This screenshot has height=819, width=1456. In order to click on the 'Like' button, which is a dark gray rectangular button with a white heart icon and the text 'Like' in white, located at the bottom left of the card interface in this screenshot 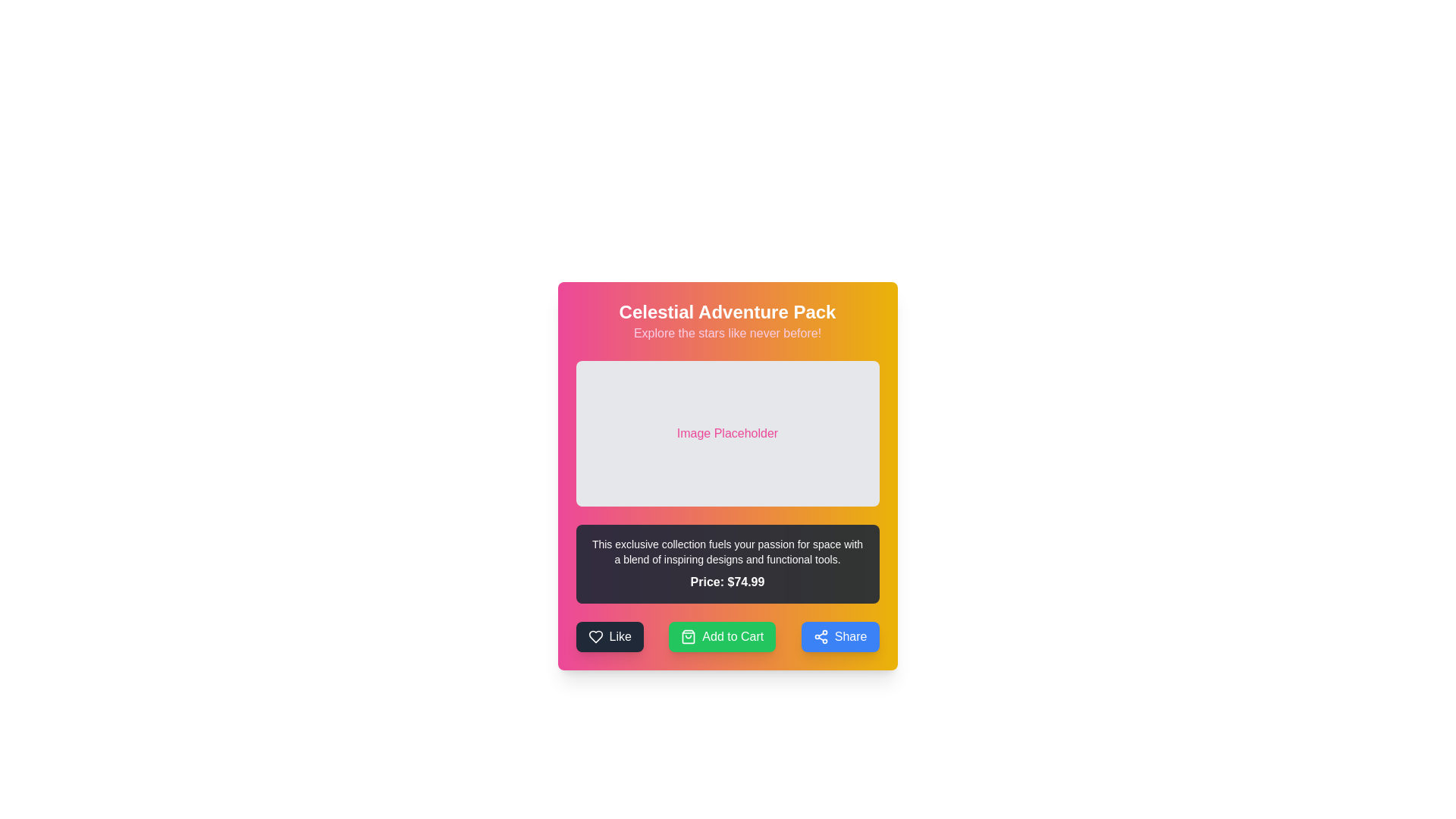, I will do `click(610, 637)`.